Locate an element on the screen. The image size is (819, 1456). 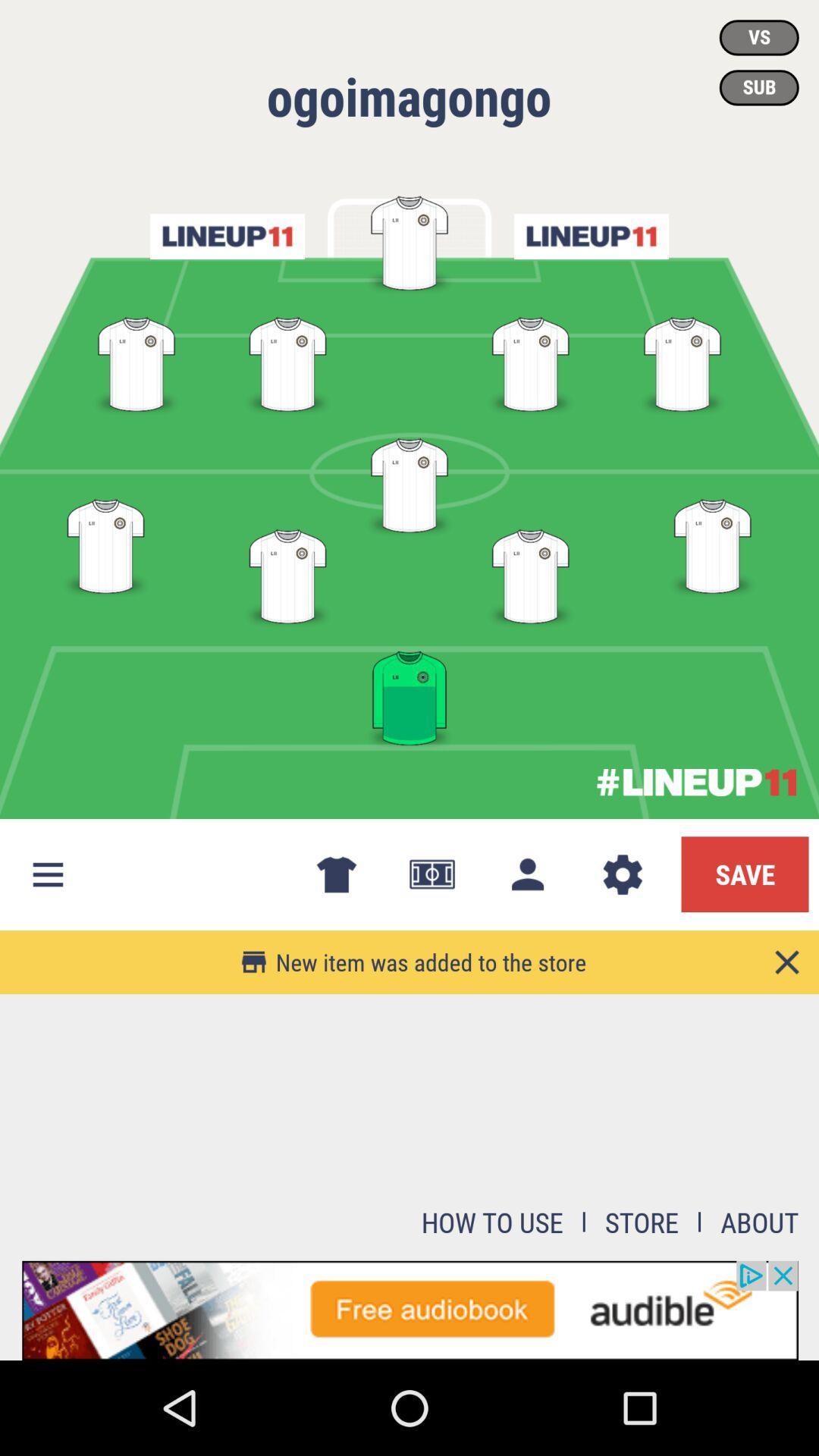
the image between lineup11 is located at coordinates (409, 240).